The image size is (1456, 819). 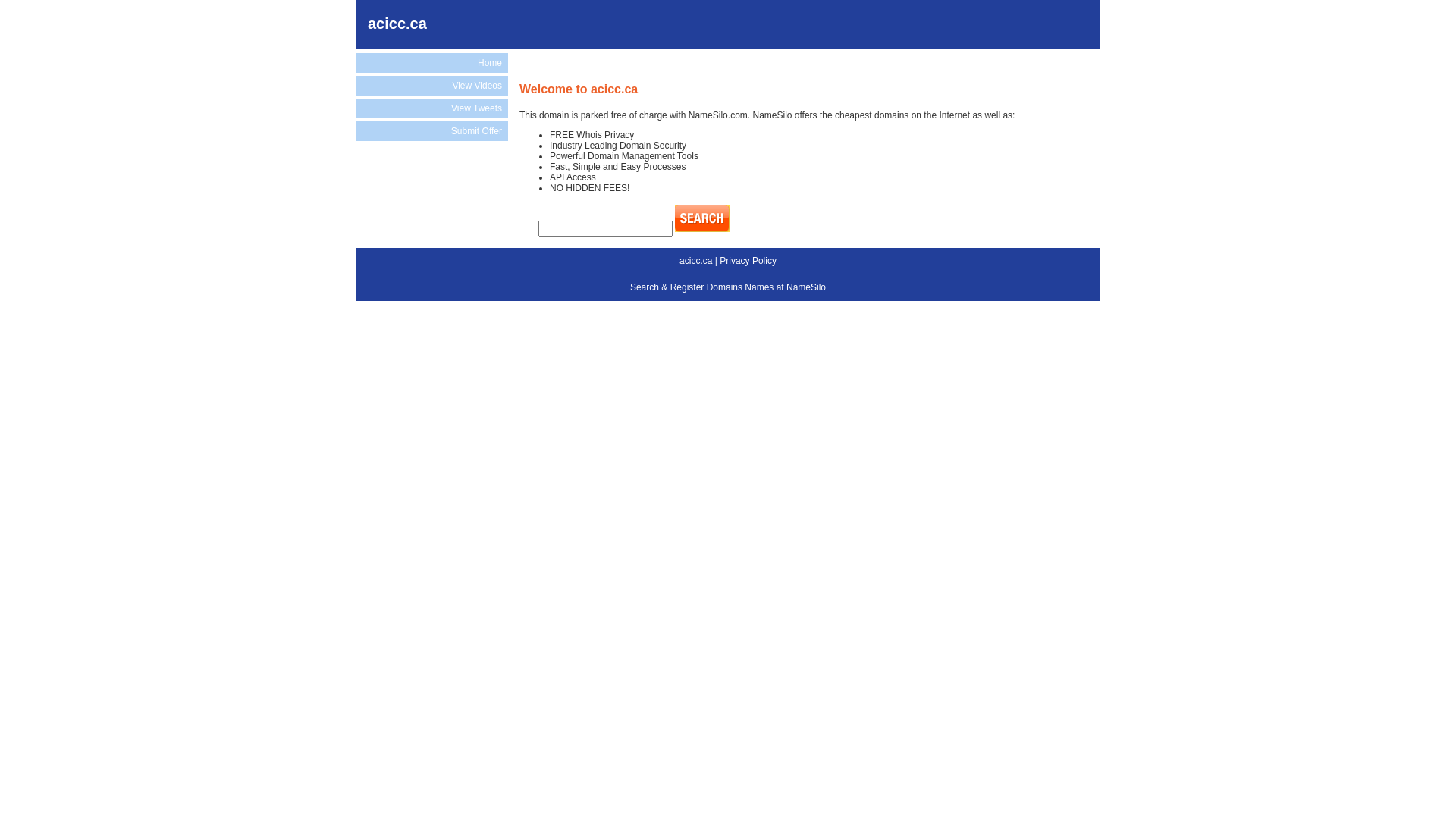 I want to click on 'View Videos', so click(x=431, y=85).